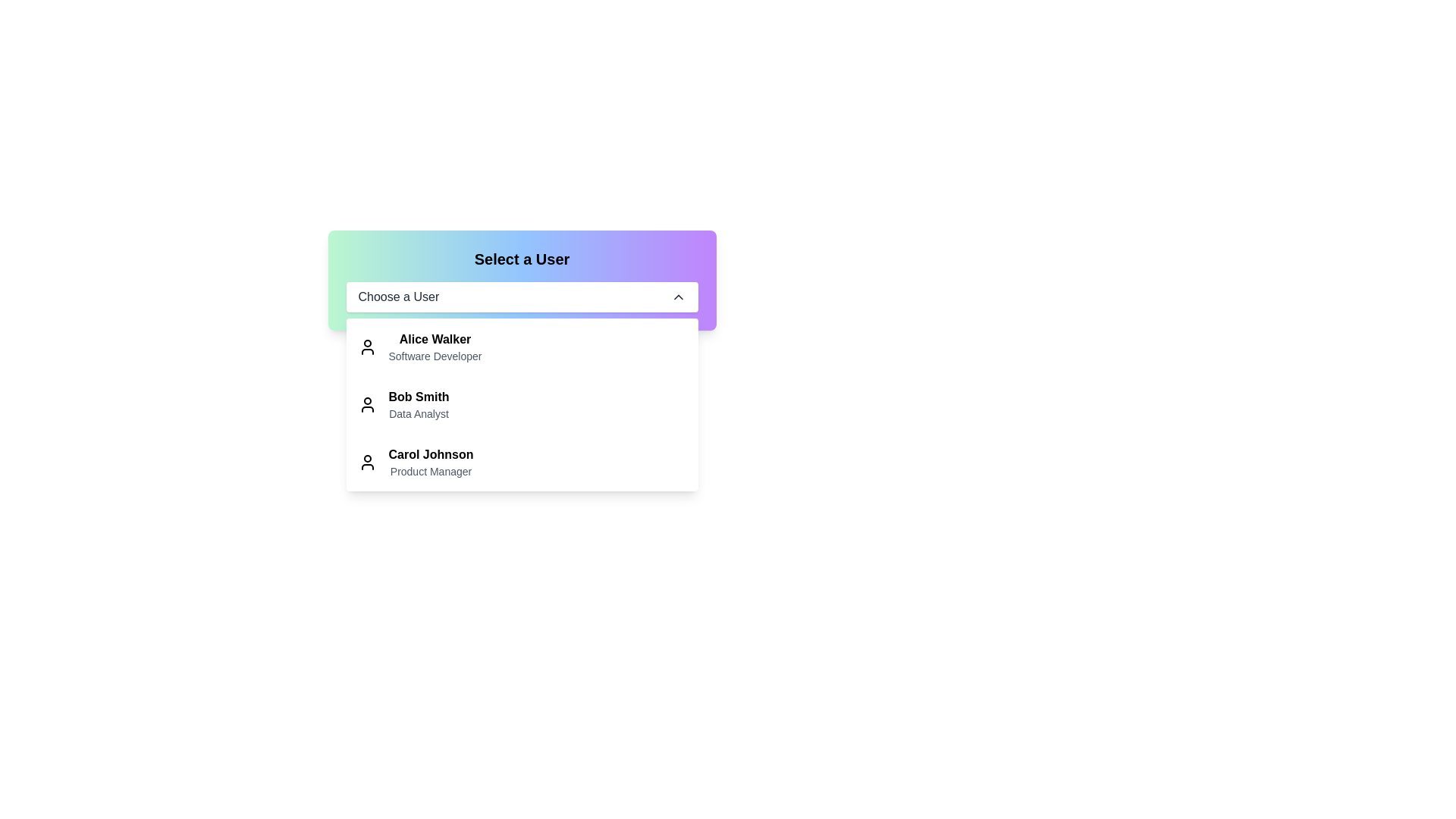  Describe the element at coordinates (434, 338) in the screenshot. I see `text displayed as 'Alice Walker' in bold black font within the dropdown menu labeled 'Select a User'` at that location.